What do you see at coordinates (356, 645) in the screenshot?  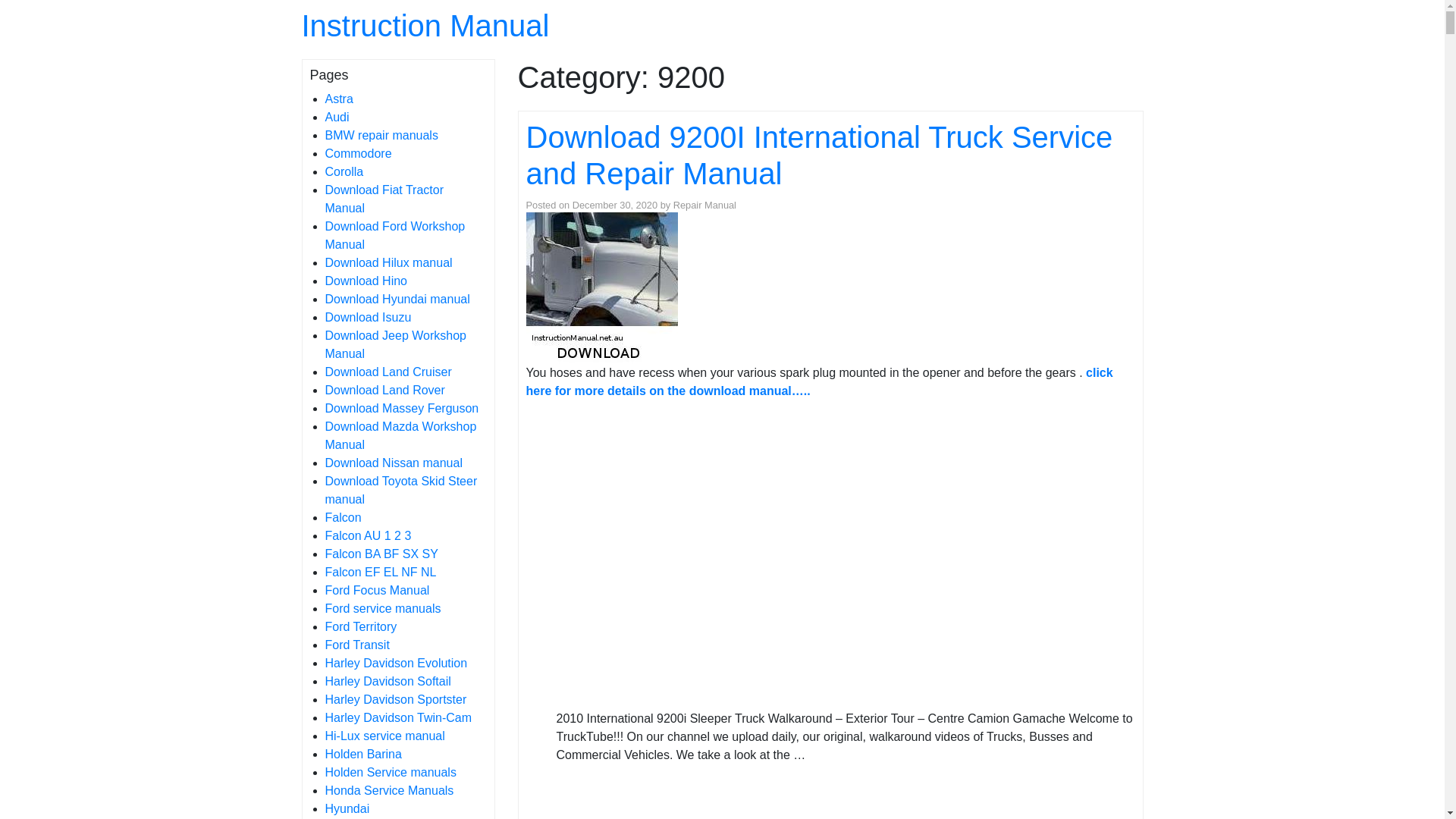 I see `'Ford Transit'` at bounding box center [356, 645].